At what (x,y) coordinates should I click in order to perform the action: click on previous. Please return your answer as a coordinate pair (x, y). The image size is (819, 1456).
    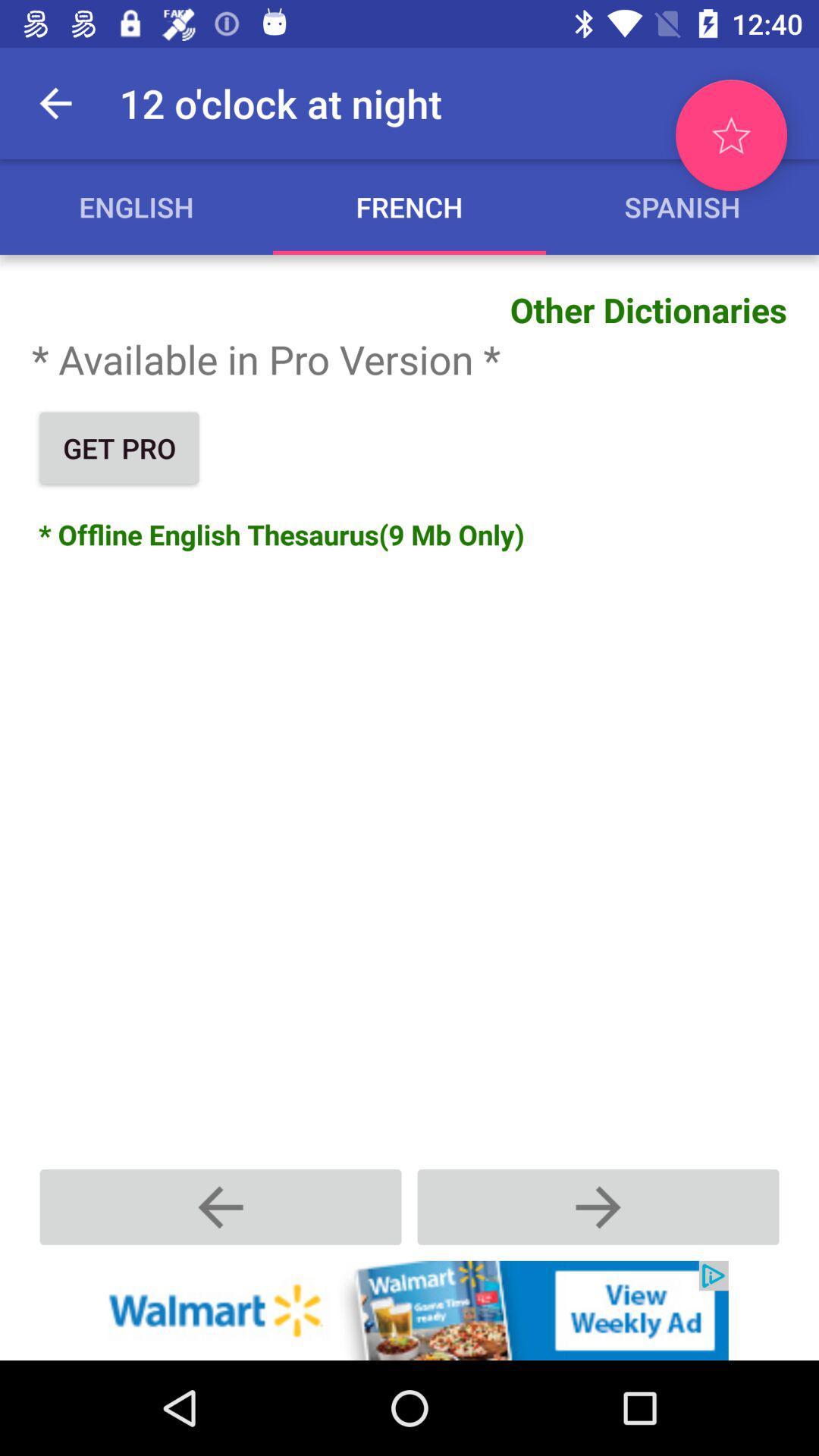
    Looking at the image, I should click on (220, 1206).